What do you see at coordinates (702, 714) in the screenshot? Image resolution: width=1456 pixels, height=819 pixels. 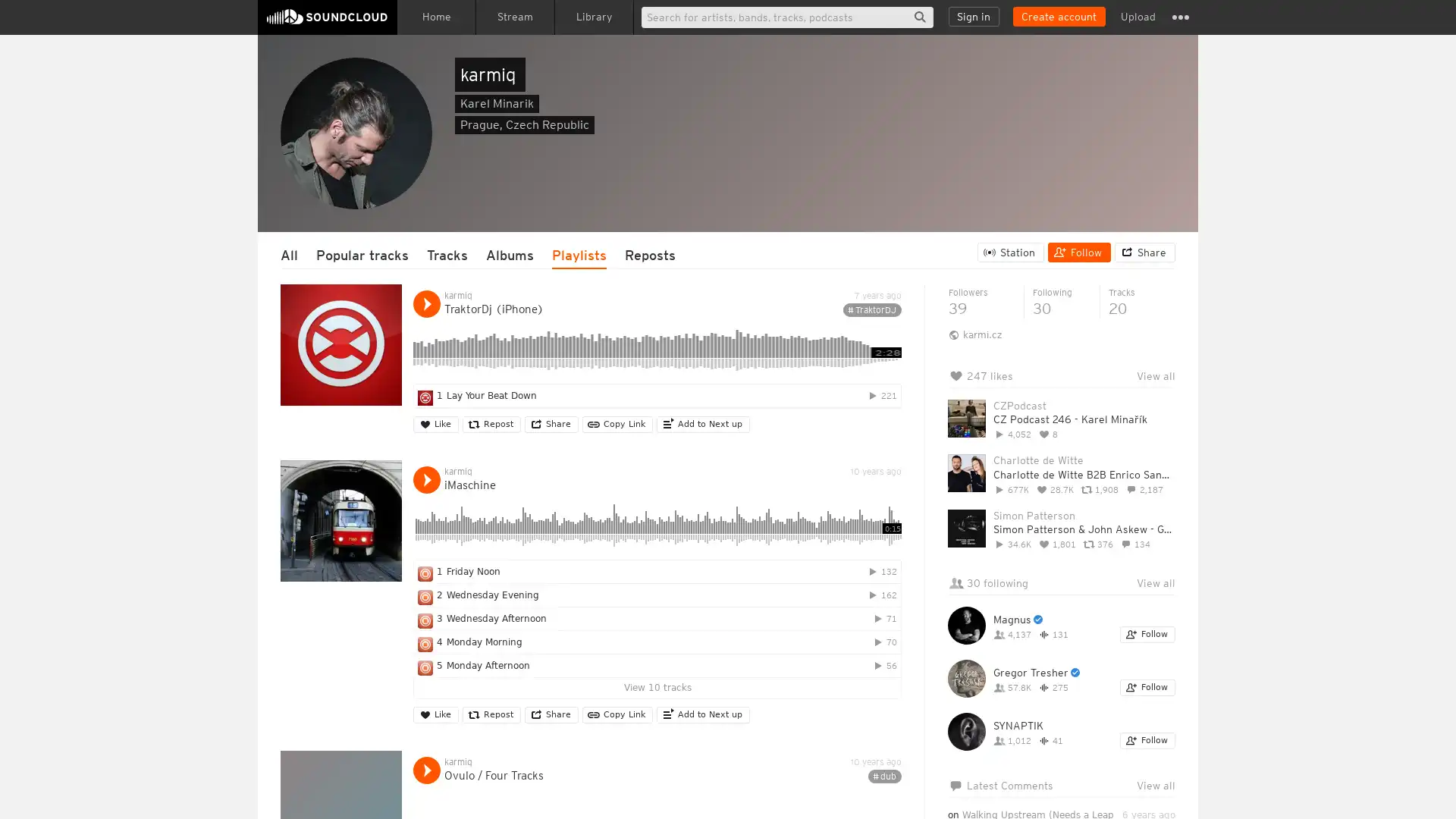 I see `Add to Next up` at bounding box center [702, 714].